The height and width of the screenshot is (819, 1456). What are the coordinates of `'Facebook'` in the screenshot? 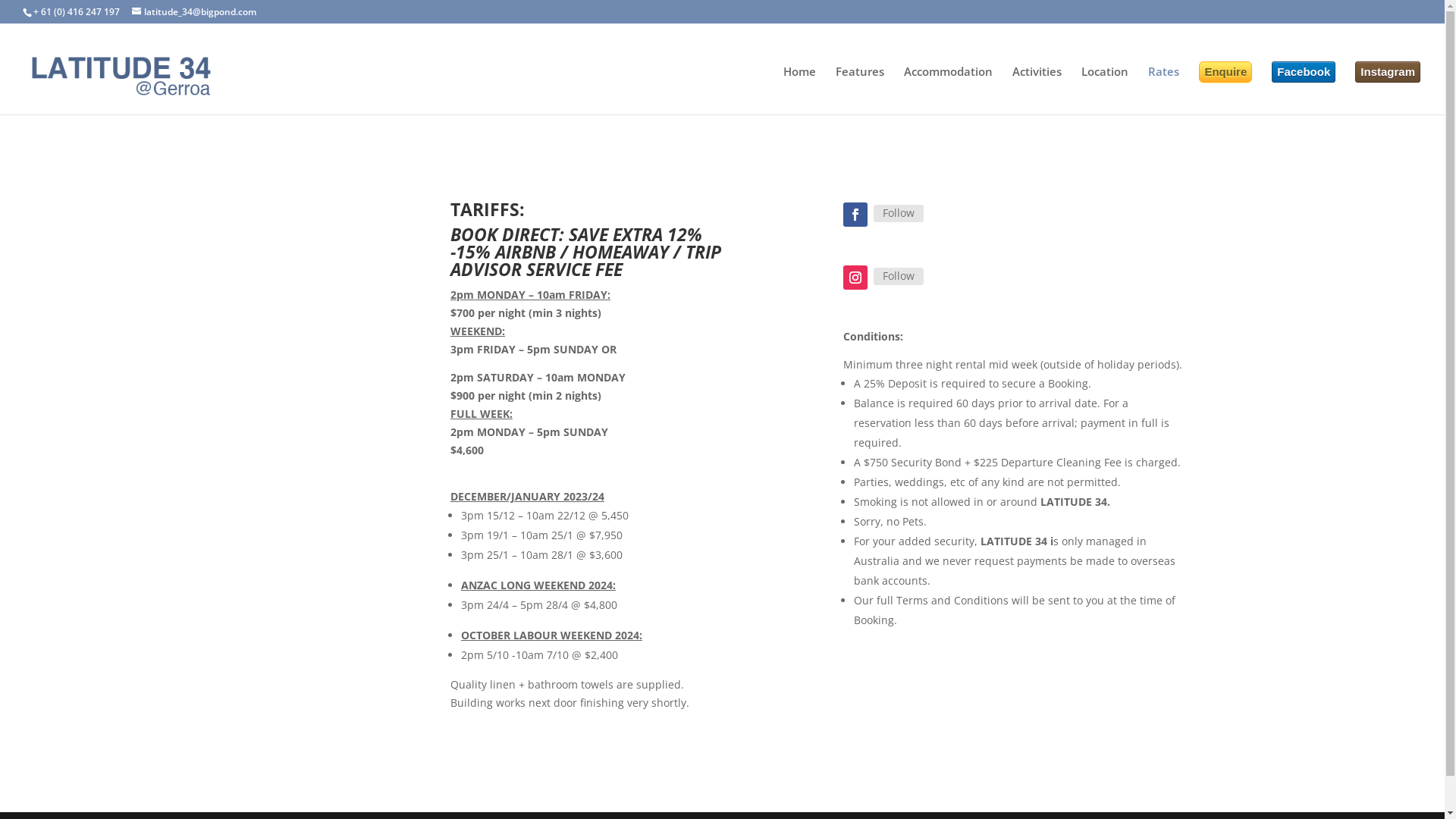 It's located at (1271, 72).